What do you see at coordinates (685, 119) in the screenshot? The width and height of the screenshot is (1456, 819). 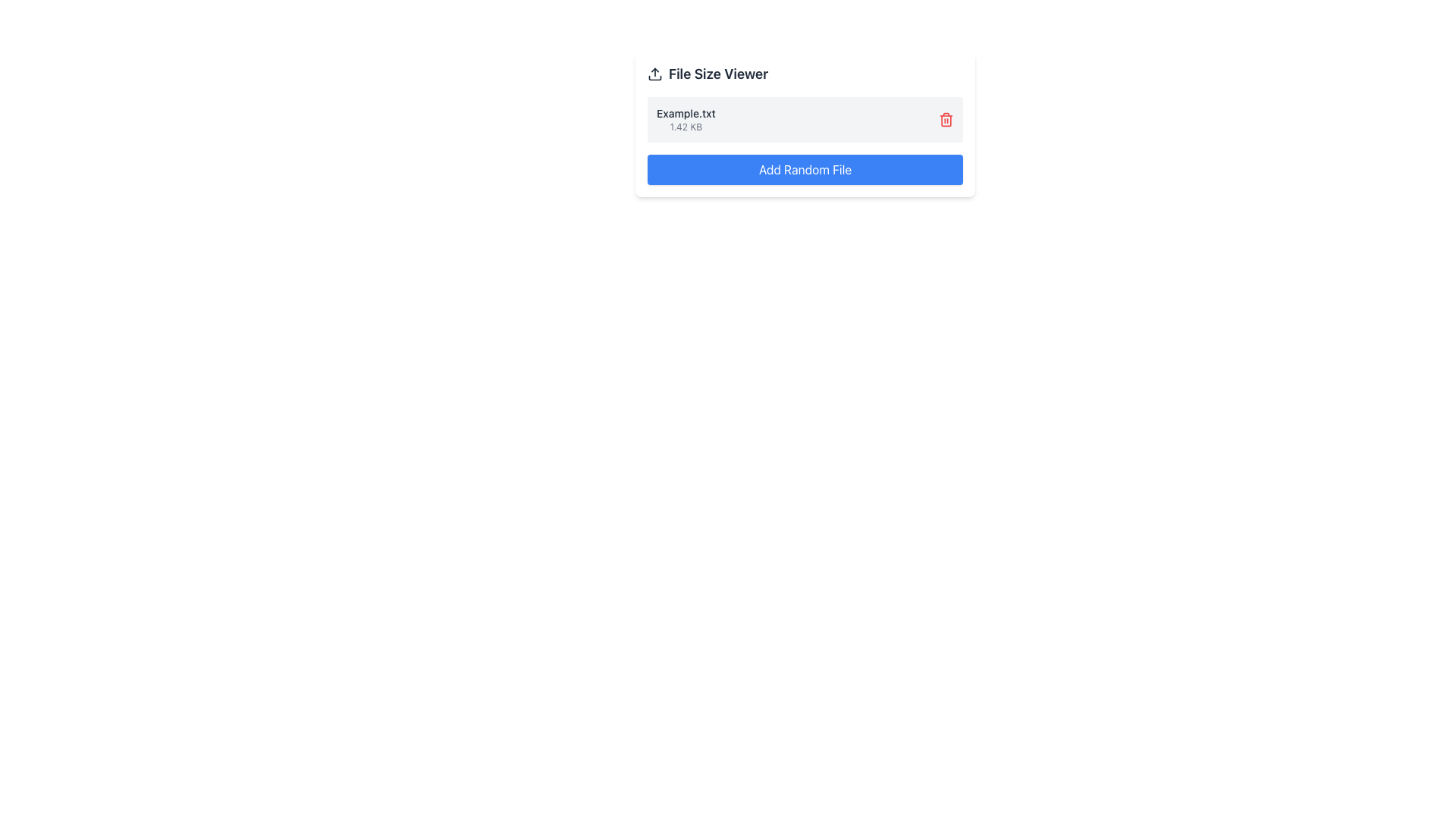 I see `the file name 'Example.txt'` at bounding box center [685, 119].